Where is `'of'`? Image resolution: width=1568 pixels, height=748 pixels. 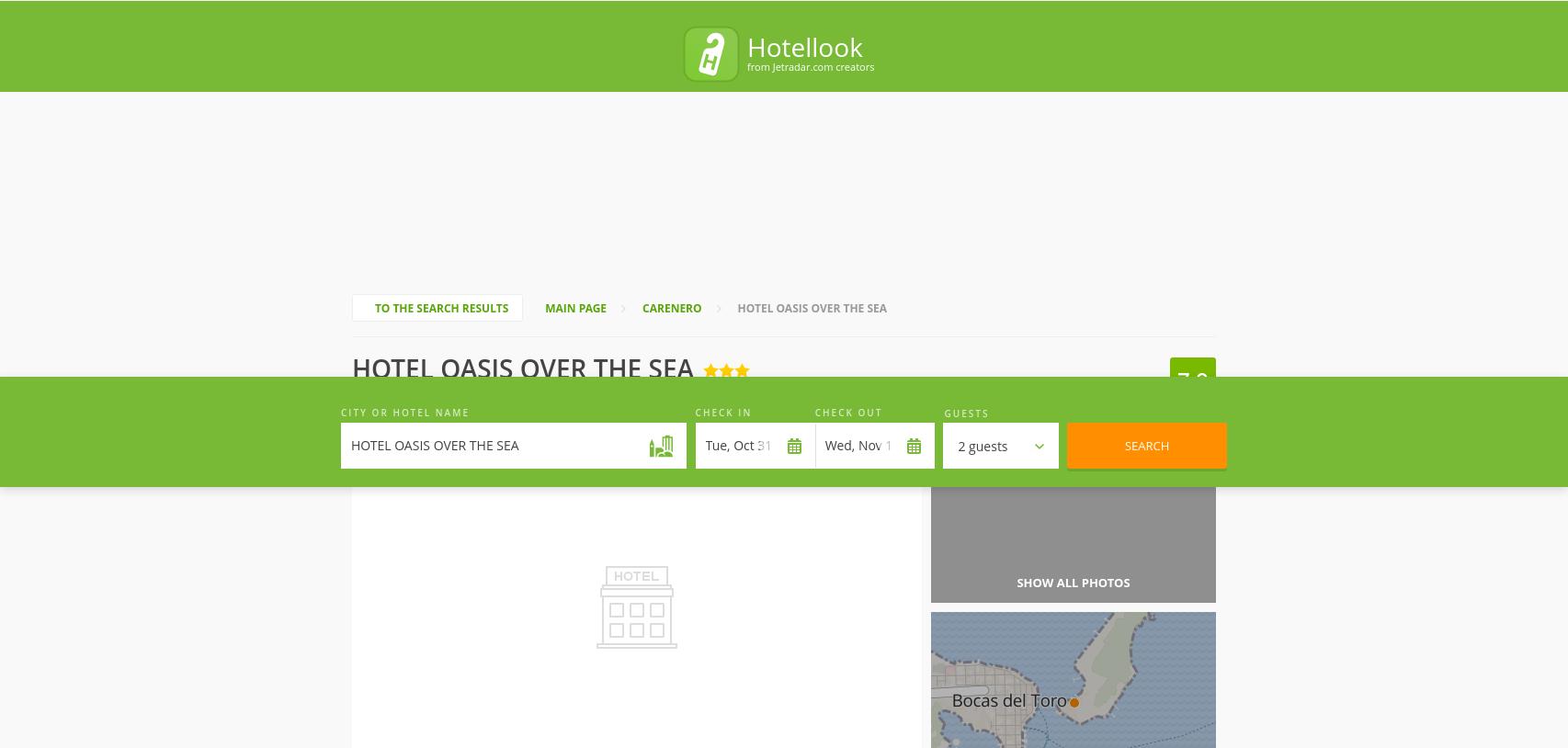 'of' is located at coordinates (632, 392).